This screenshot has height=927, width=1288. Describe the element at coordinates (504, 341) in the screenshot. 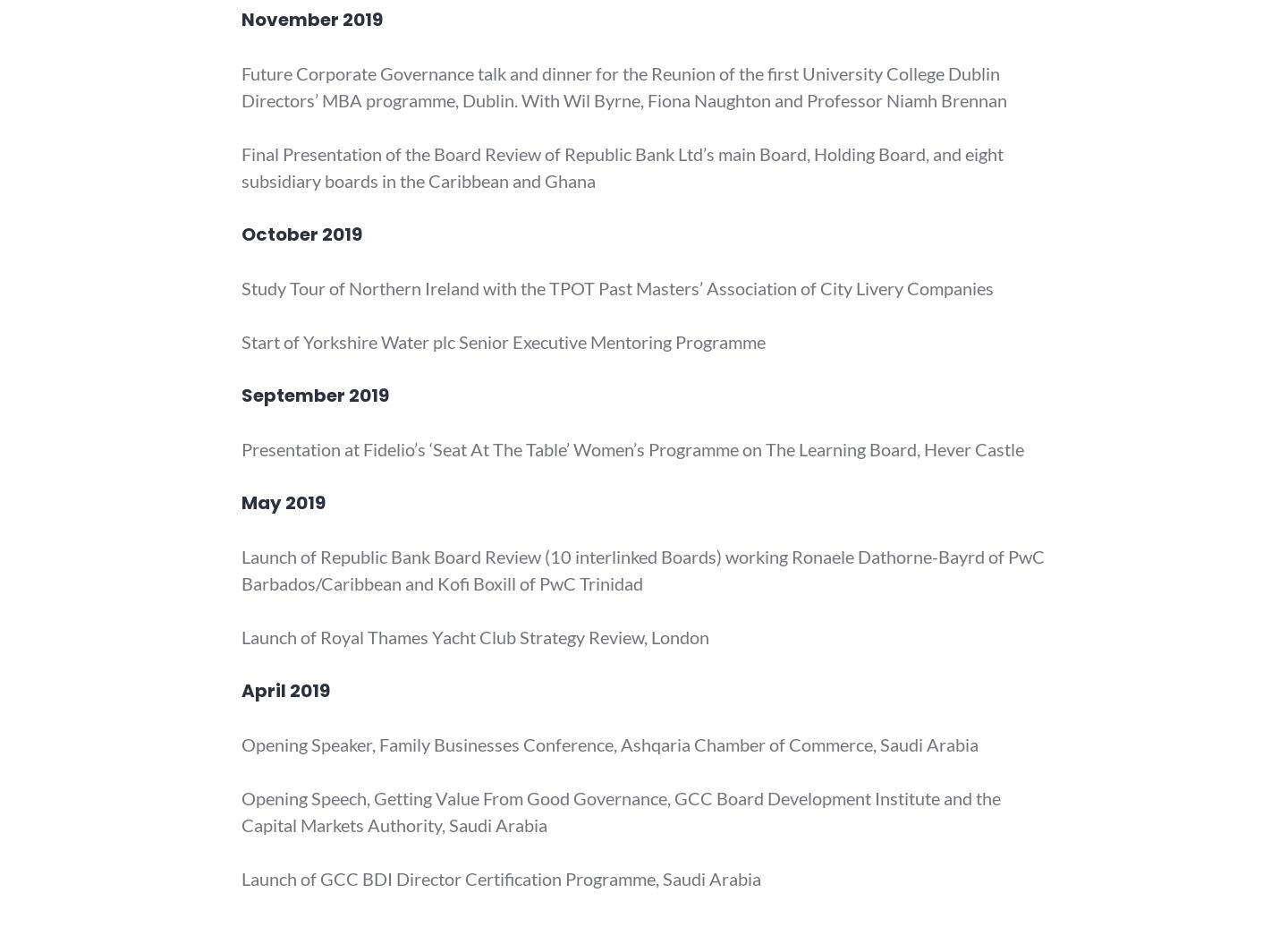

I see `'Start of Yorkshire Water plc Senior Executive Mentoring Programme'` at that location.